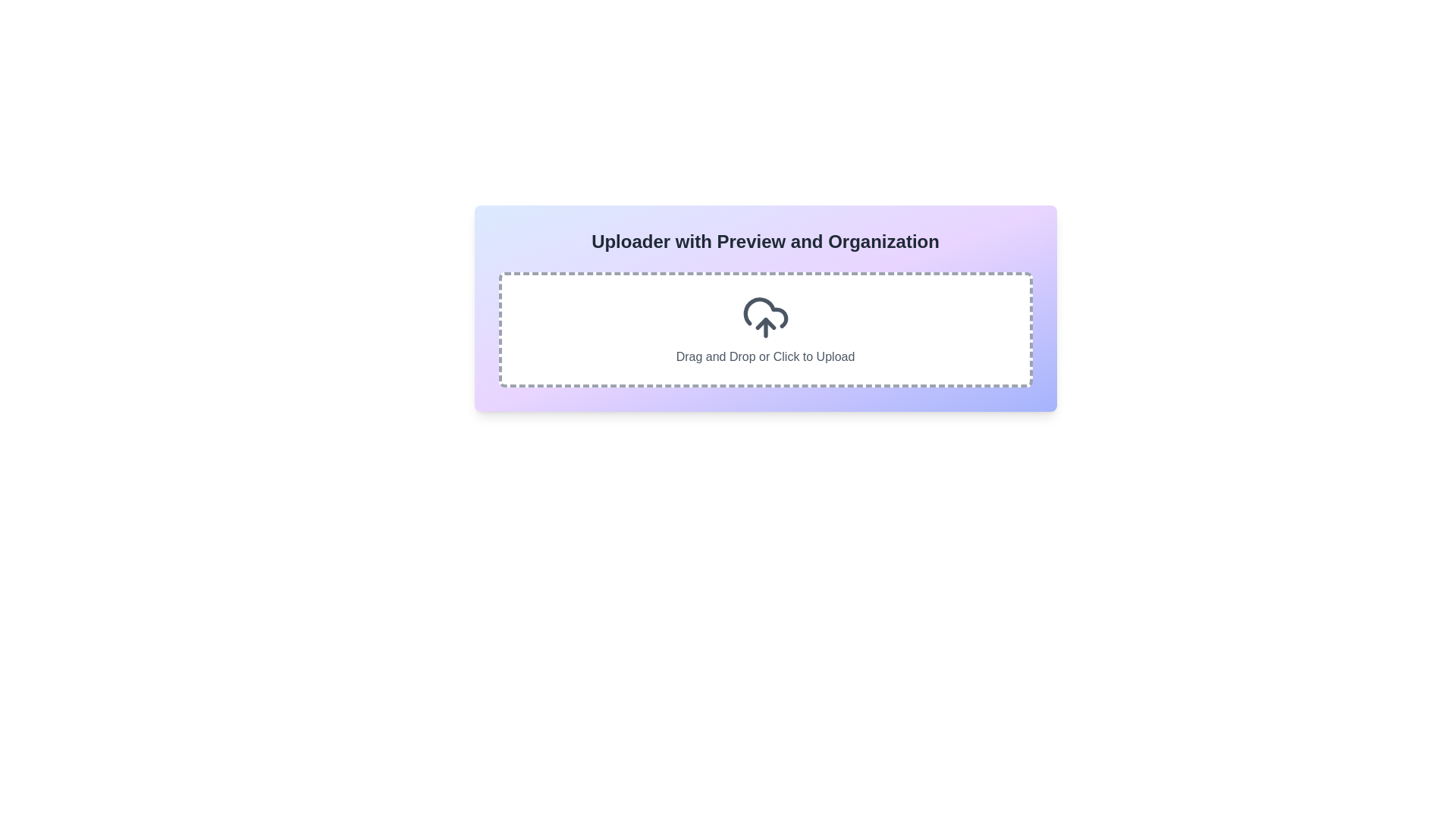  I want to click on files into the Interactive file upload area located below the 'Uploader with Preview and Organization' heading, which allows users, so click(765, 329).